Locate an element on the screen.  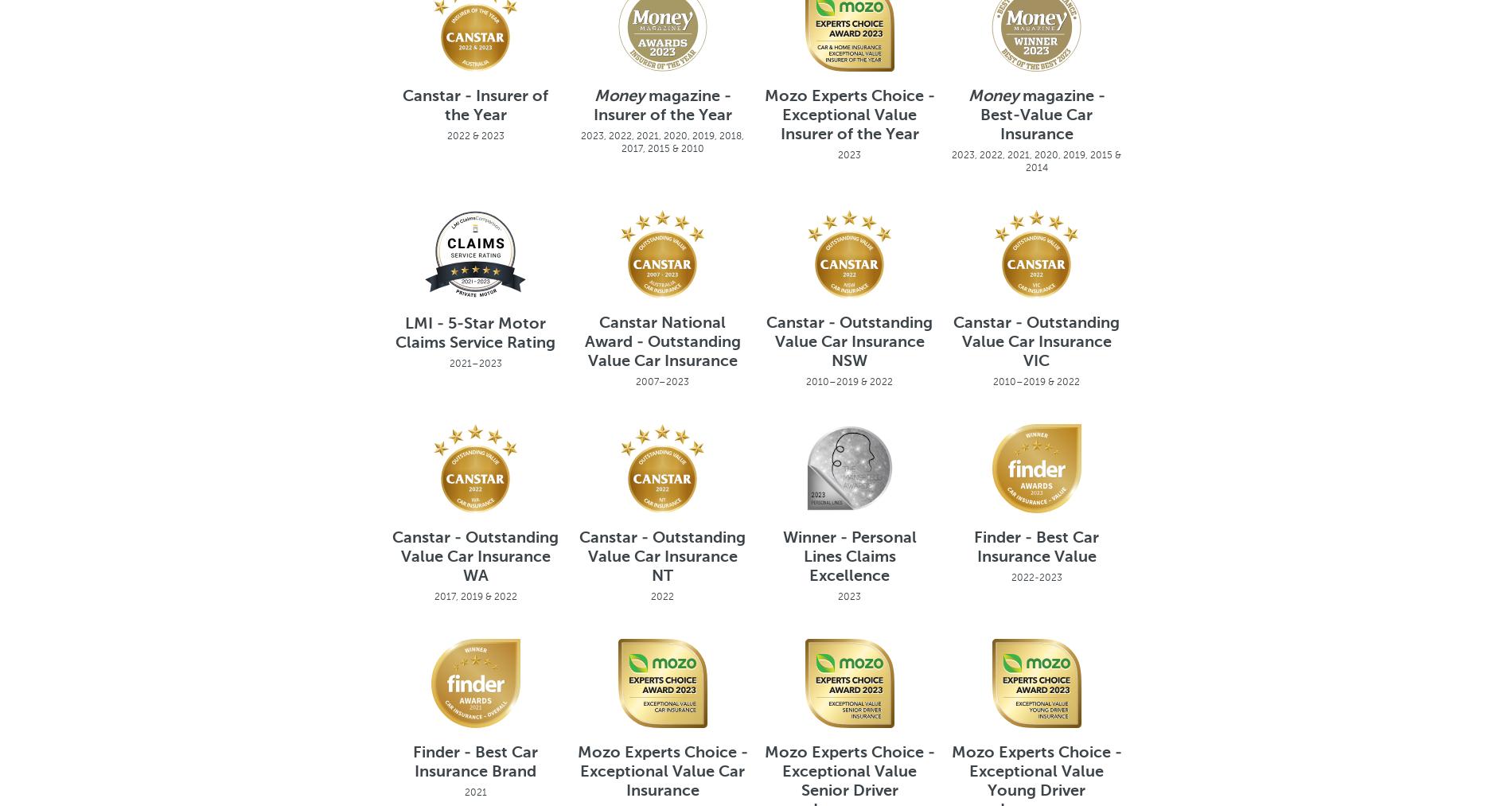
'Finder - Best Car Insurance Value' is located at coordinates (1035, 547).